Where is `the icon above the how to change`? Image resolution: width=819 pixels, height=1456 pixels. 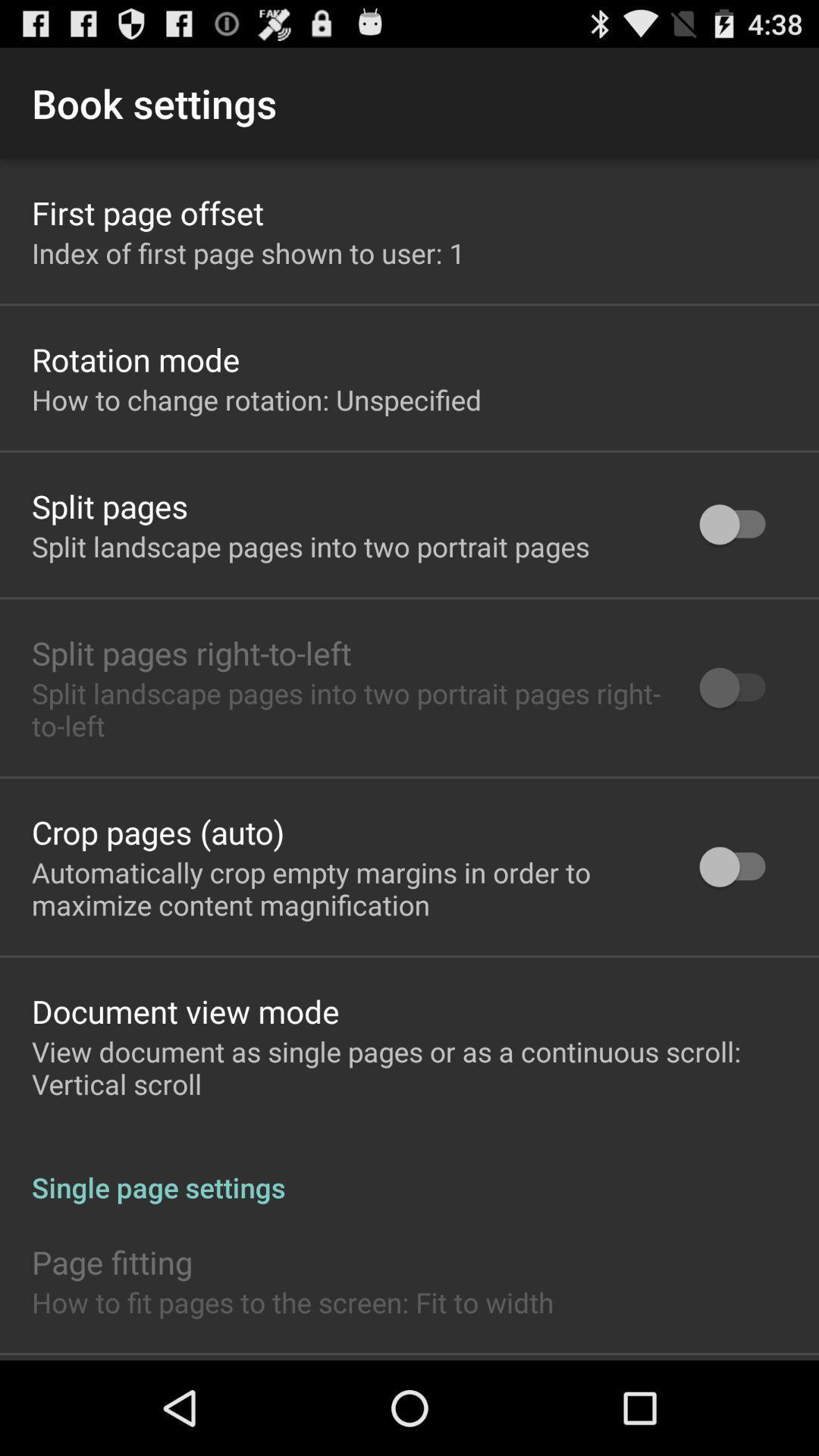 the icon above the how to change is located at coordinates (135, 359).